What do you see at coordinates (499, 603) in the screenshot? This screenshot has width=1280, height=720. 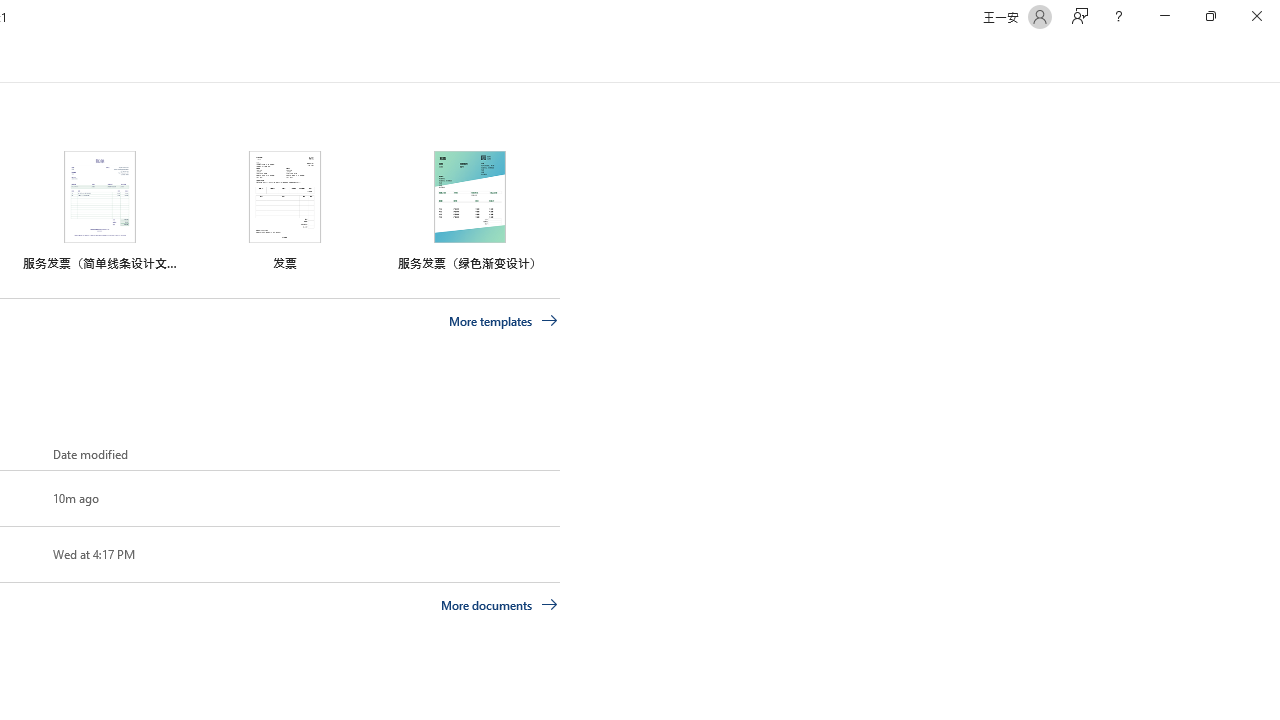 I see `'More documents'` at bounding box center [499, 603].